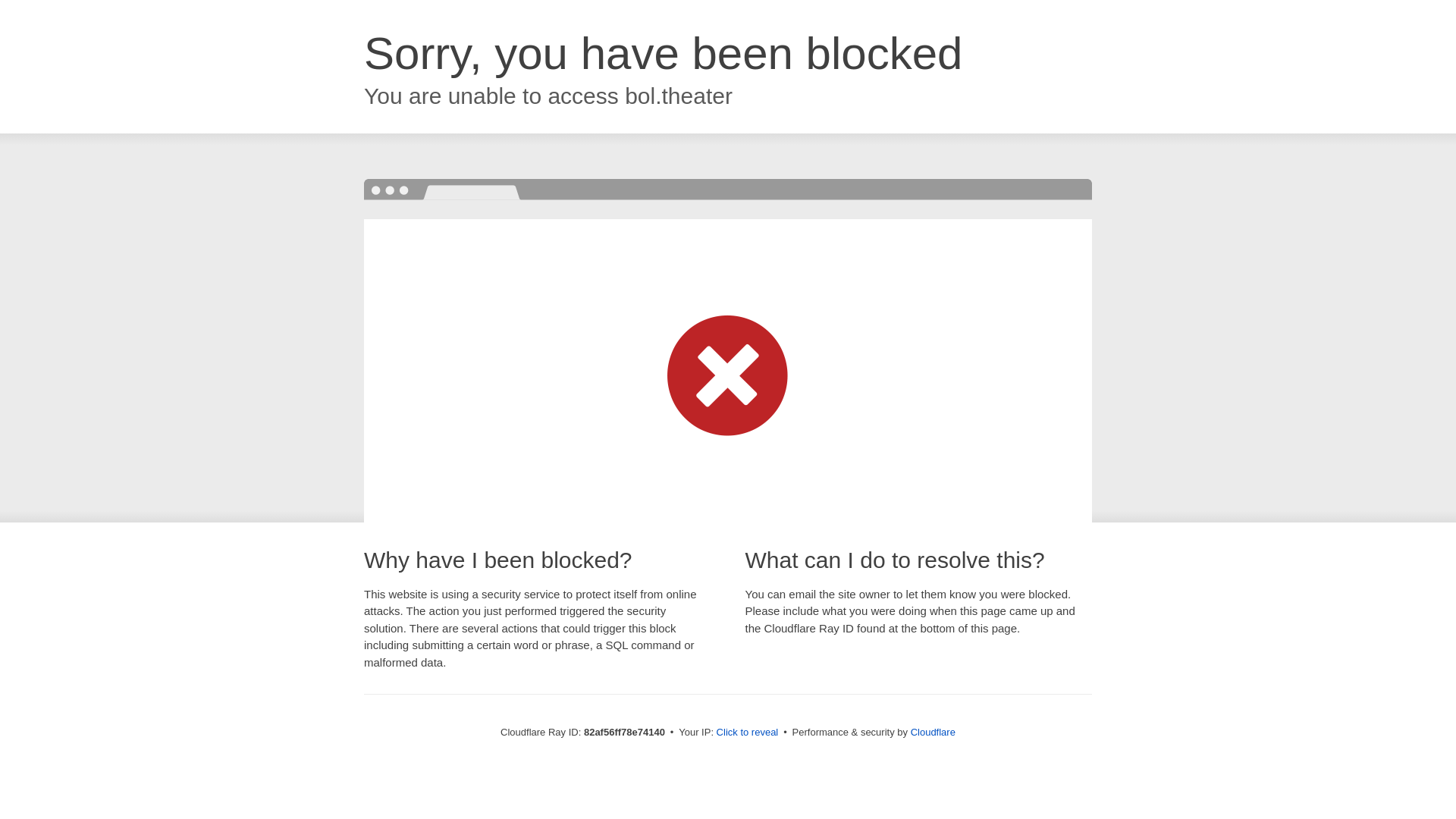  Describe the element at coordinates (747, 731) in the screenshot. I see `'Click to reveal'` at that location.